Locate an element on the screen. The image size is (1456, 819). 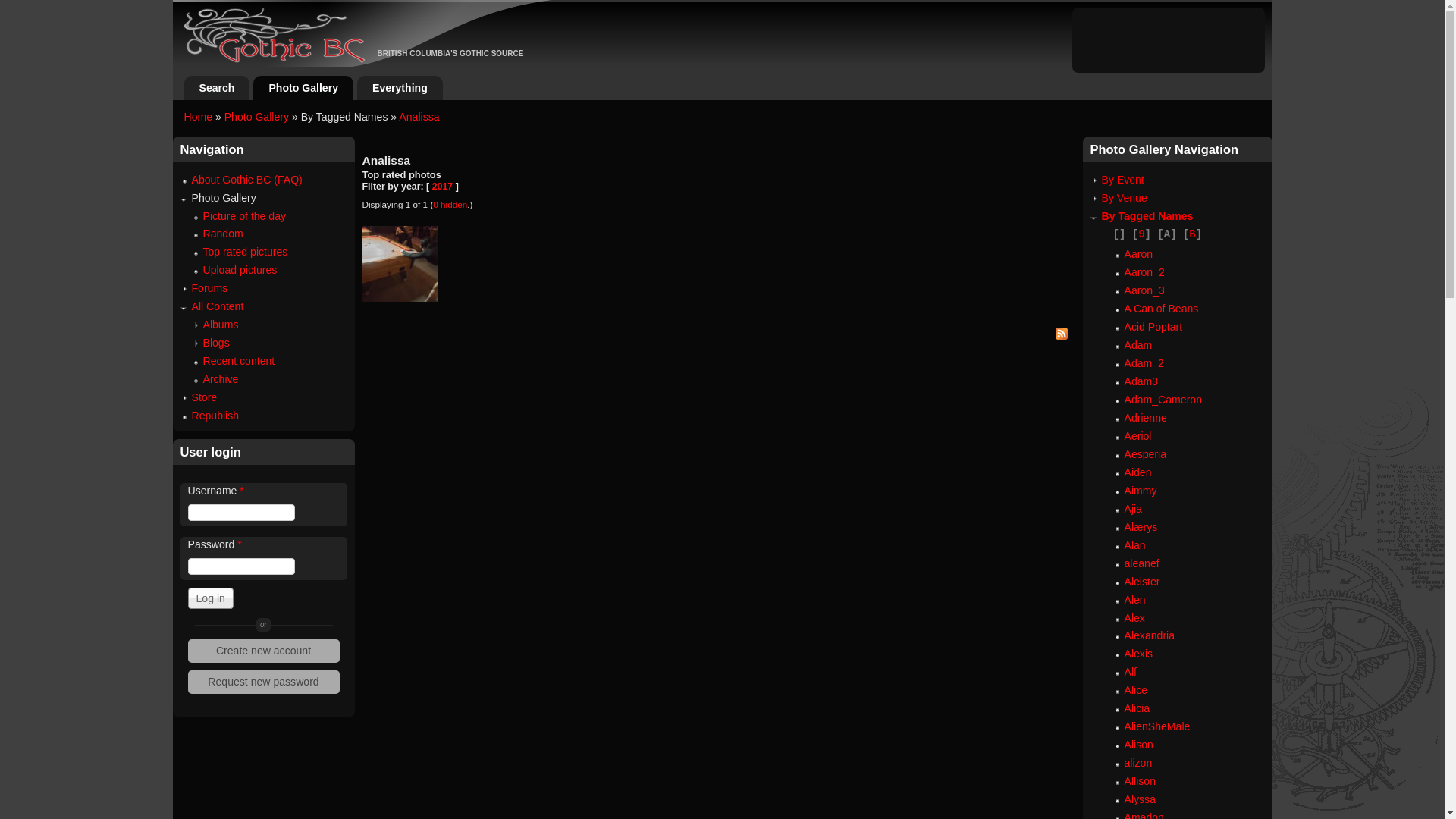
'Alison' is located at coordinates (1138, 744).